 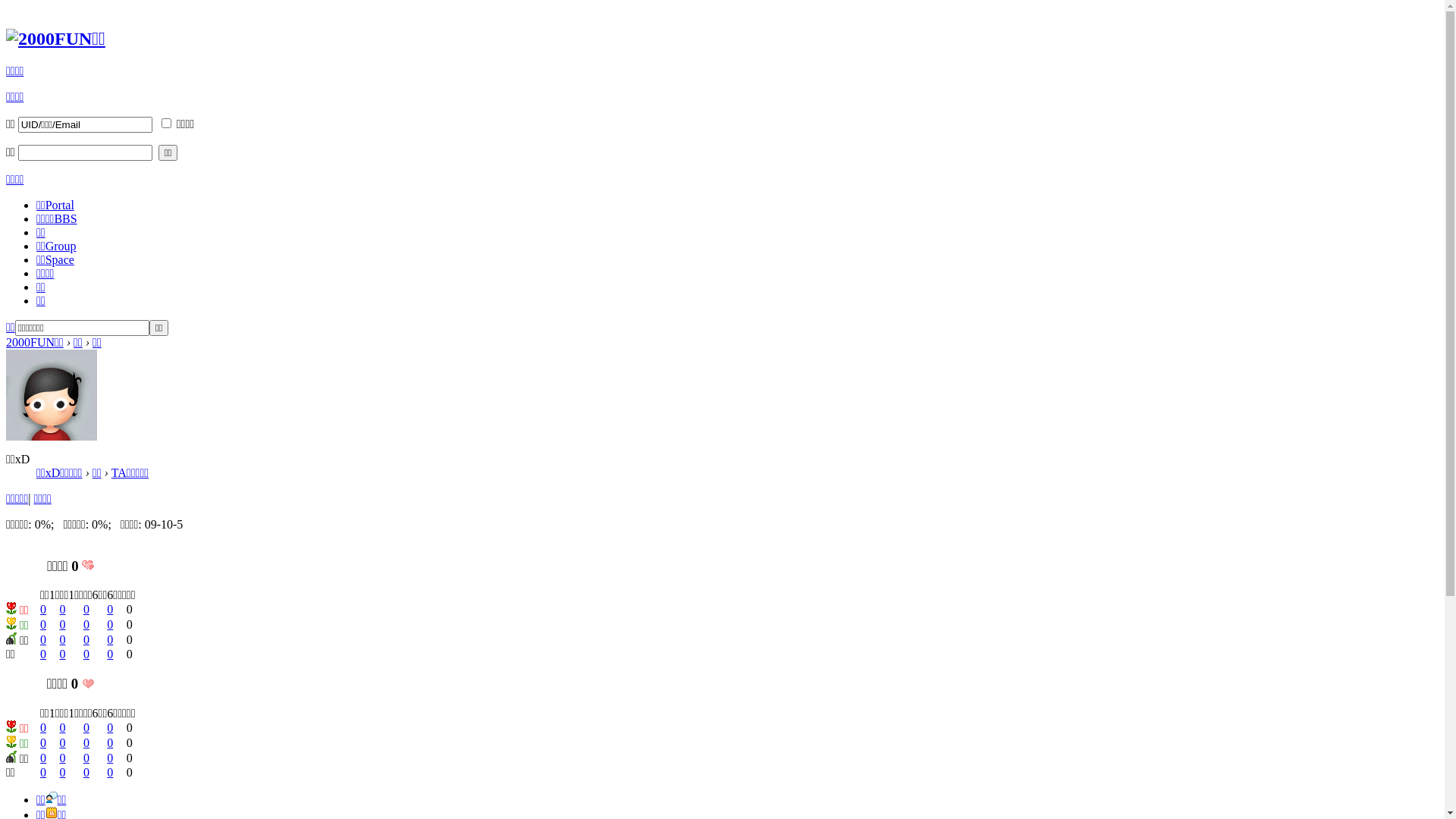 What do you see at coordinates (43, 608) in the screenshot?
I see `'0'` at bounding box center [43, 608].